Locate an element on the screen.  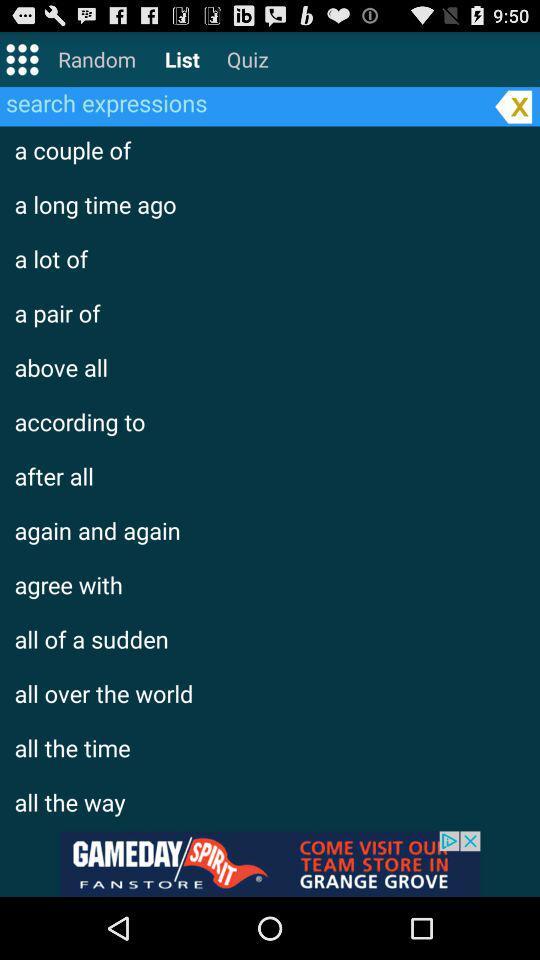
advertisement is located at coordinates (270, 863).